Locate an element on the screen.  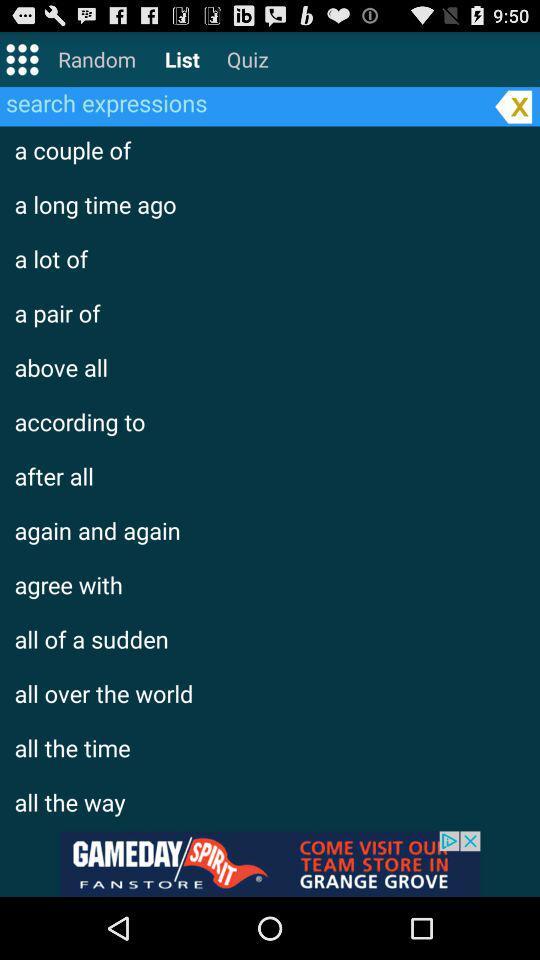
advertisement is located at coordinates (270, 863).